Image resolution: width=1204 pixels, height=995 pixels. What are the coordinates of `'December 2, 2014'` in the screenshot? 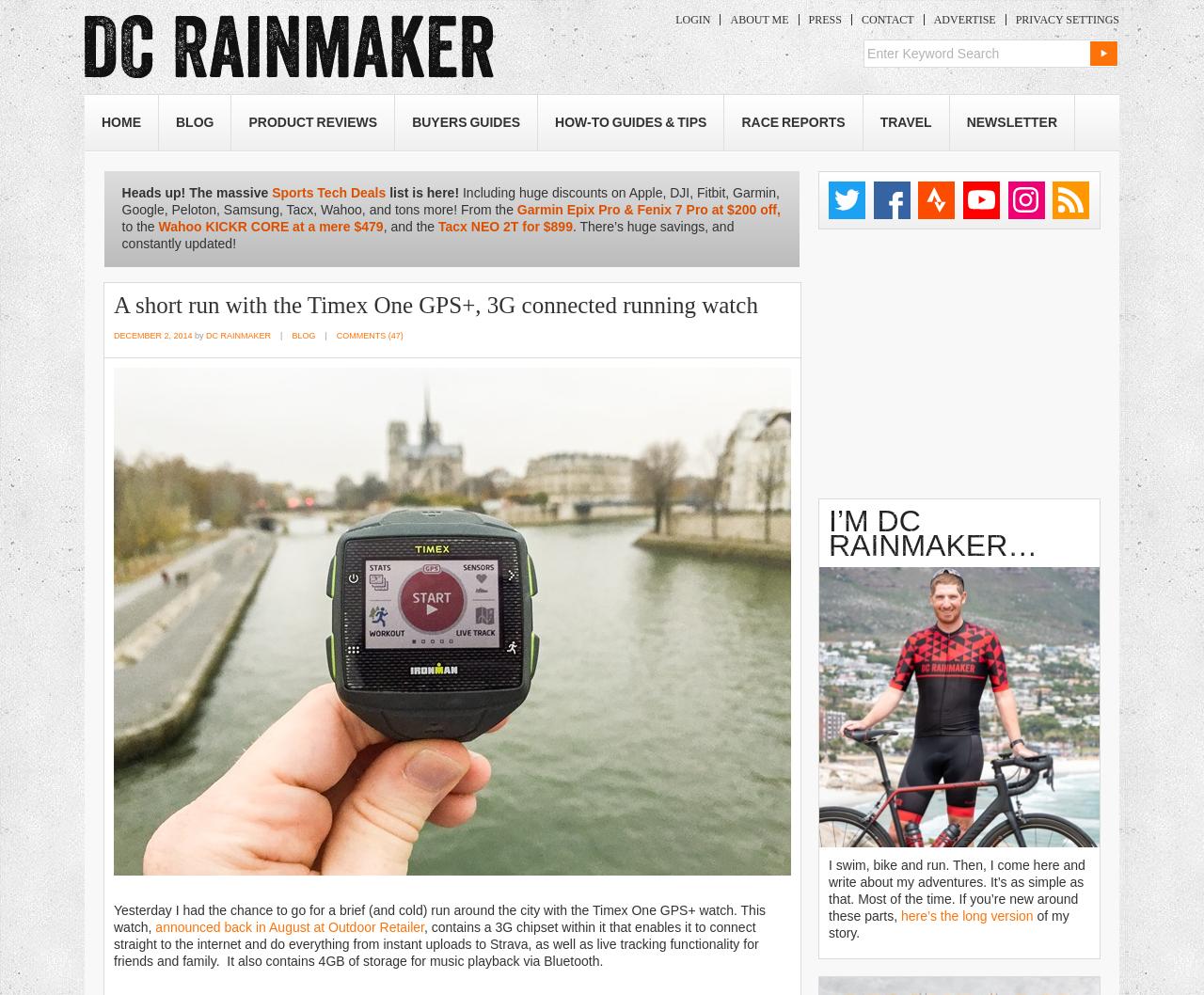 It's located at (152, 335).